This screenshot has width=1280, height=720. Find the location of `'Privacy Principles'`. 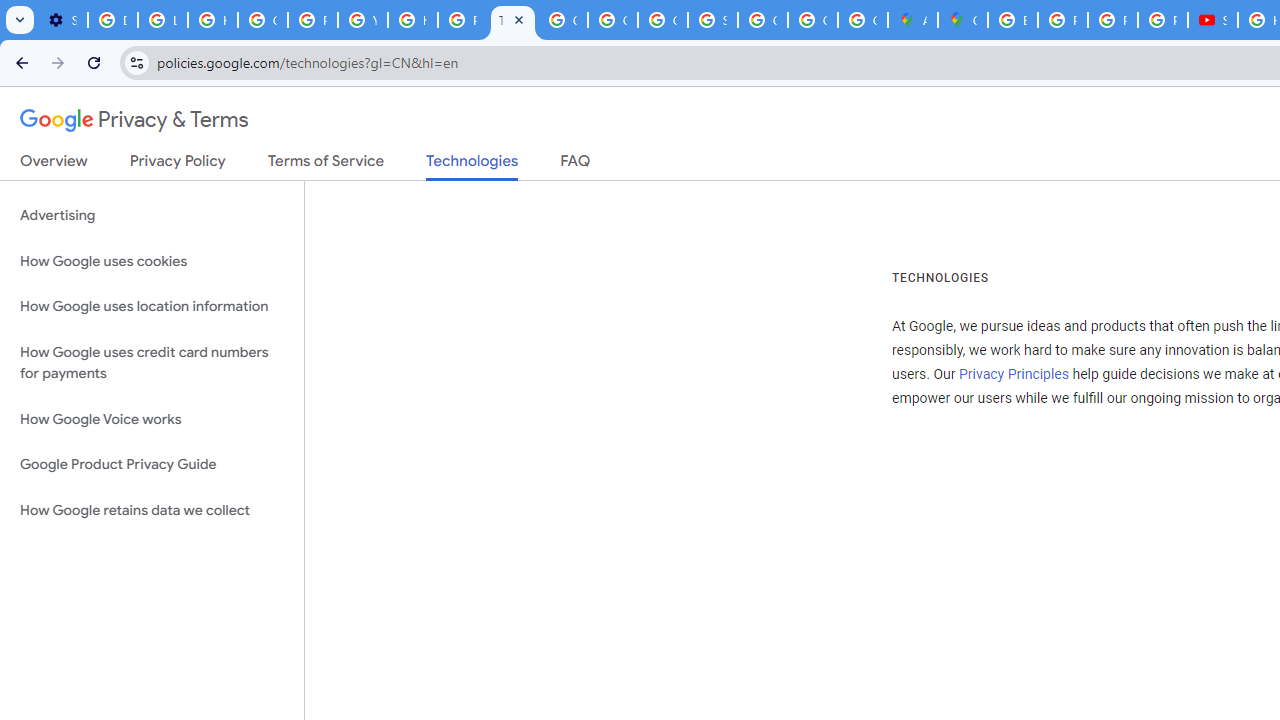

'Privacy Principles' is located at coordinates (1013, 374).